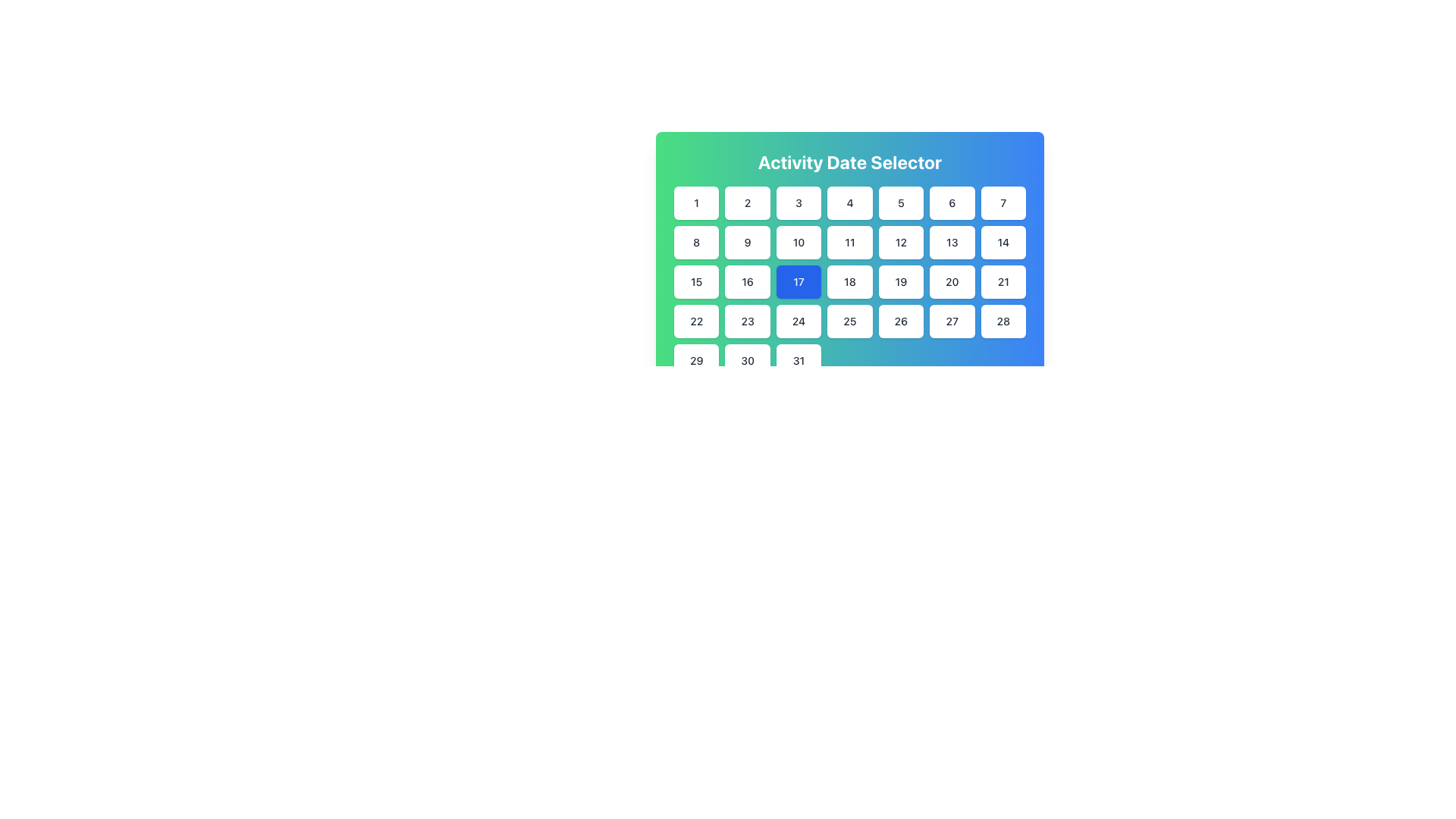 This screenshot has height=819, width=1456. What do you see at coordinates (951, 321) in the screenshot?
I see `the button labeled '27', which is a rounded square with a white background located in the fourth row and sixth column of the calendar grid under 'Activity Date Selector'` at bounding box center [951, 321].